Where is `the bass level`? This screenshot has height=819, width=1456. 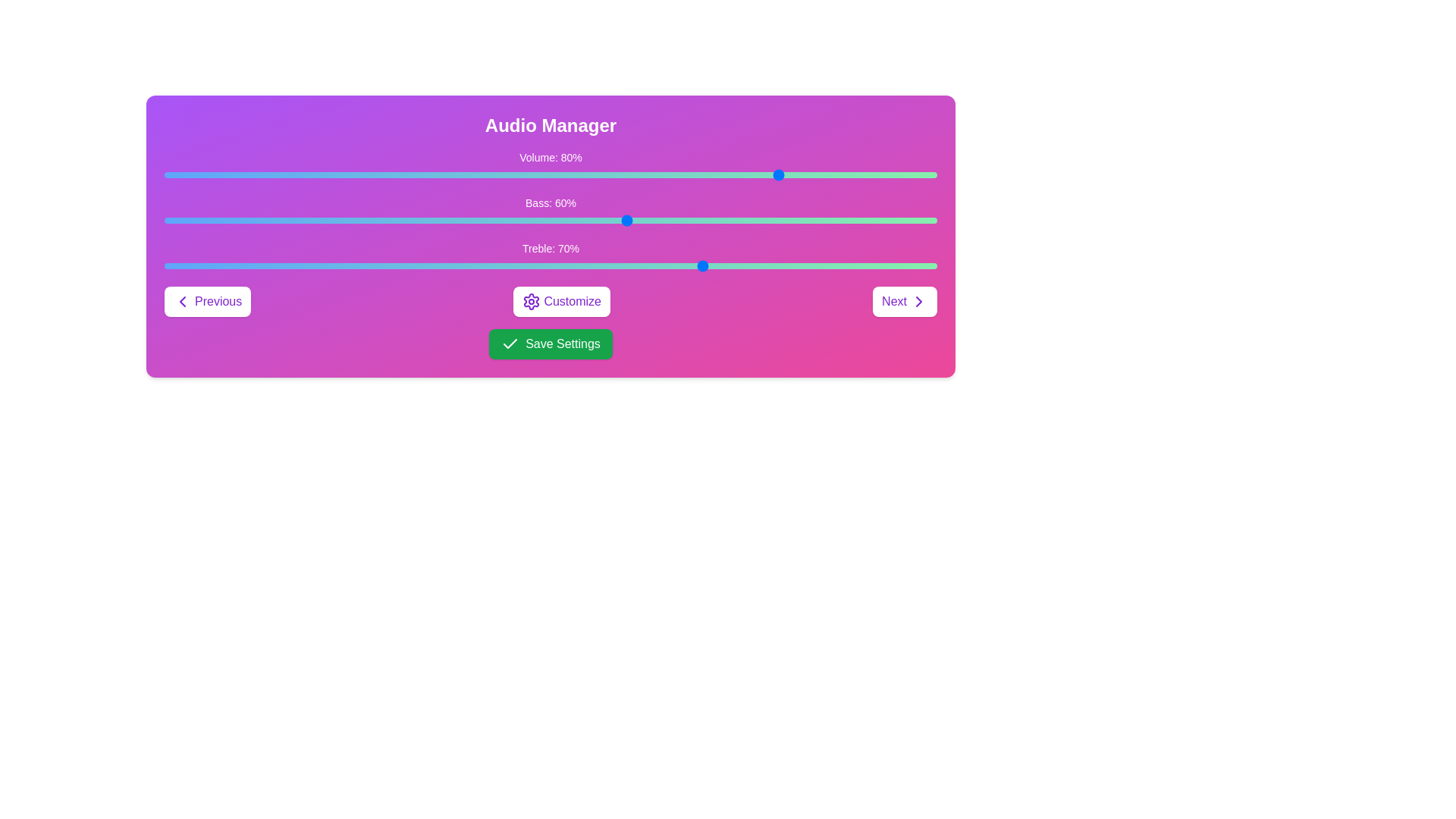 the bass level is located at coordinates (797, 220).